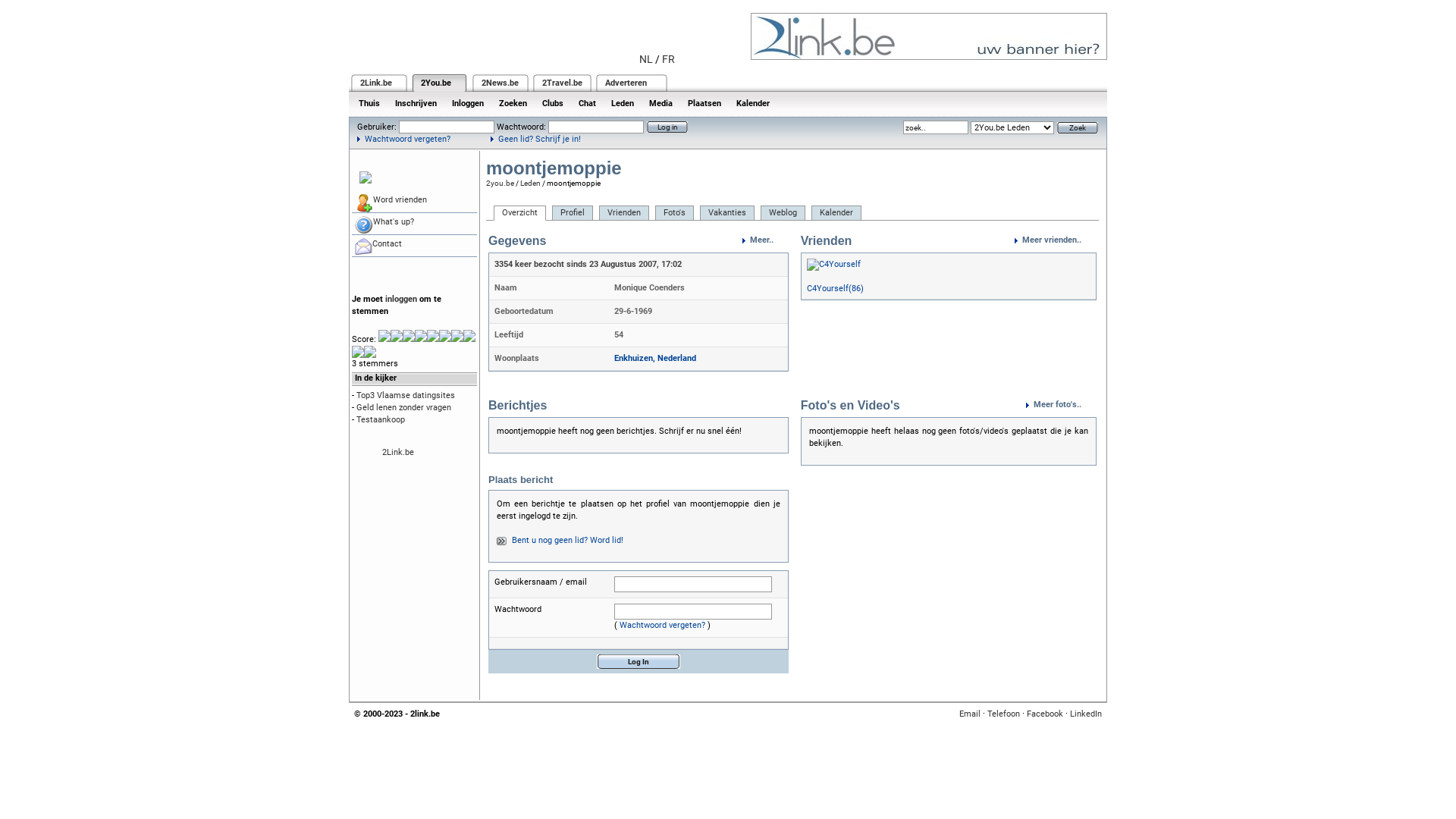  Describe the element at coordinates (667, 58) in the screenshot. I see `'FR'` at that location.